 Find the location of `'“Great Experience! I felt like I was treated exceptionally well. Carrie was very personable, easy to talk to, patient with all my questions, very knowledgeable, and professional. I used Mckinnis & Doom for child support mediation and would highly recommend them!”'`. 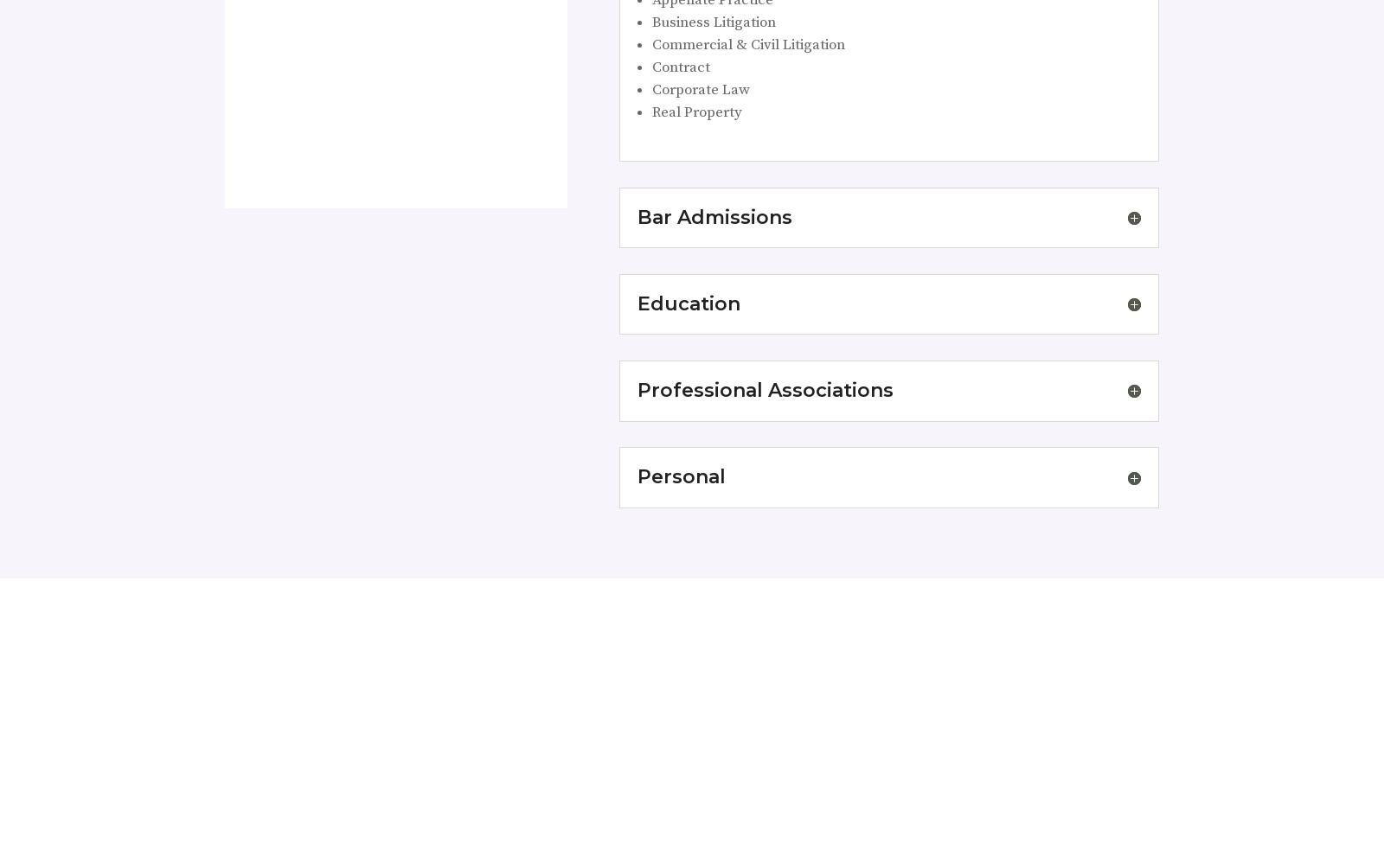

'“Great Experience! I felt like I was treated exceptionally well. Carrie was very personable, easy to talk to, patient with all my questions, very knowledgeable, and professional. I used Mckinnis & Doom for child support mediation and would highly recommend them!”' is located at coordinates (496, 709).